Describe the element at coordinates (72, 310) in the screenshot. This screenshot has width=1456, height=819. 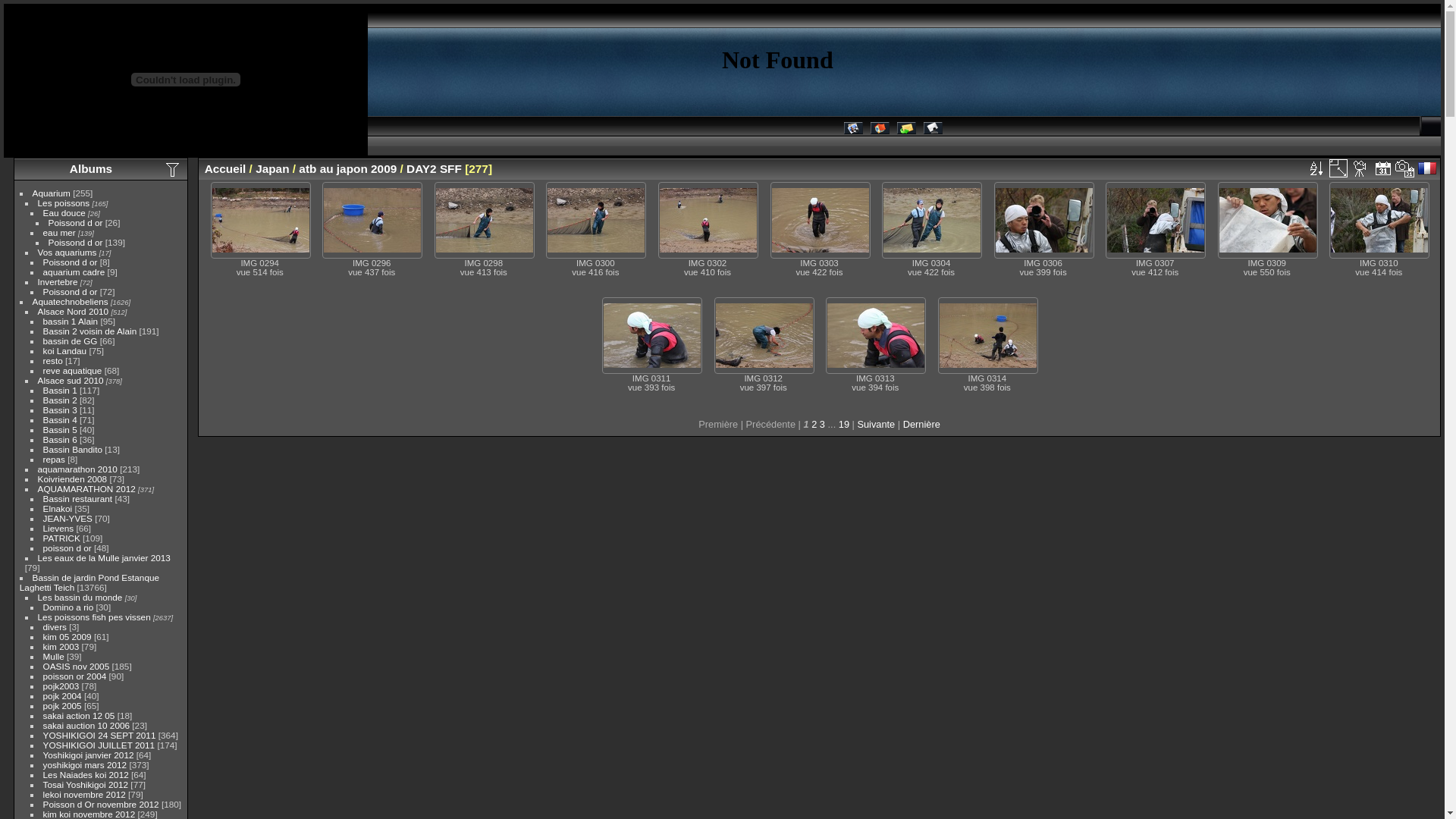
I see `'Alsace Nord 2010'` at that location.